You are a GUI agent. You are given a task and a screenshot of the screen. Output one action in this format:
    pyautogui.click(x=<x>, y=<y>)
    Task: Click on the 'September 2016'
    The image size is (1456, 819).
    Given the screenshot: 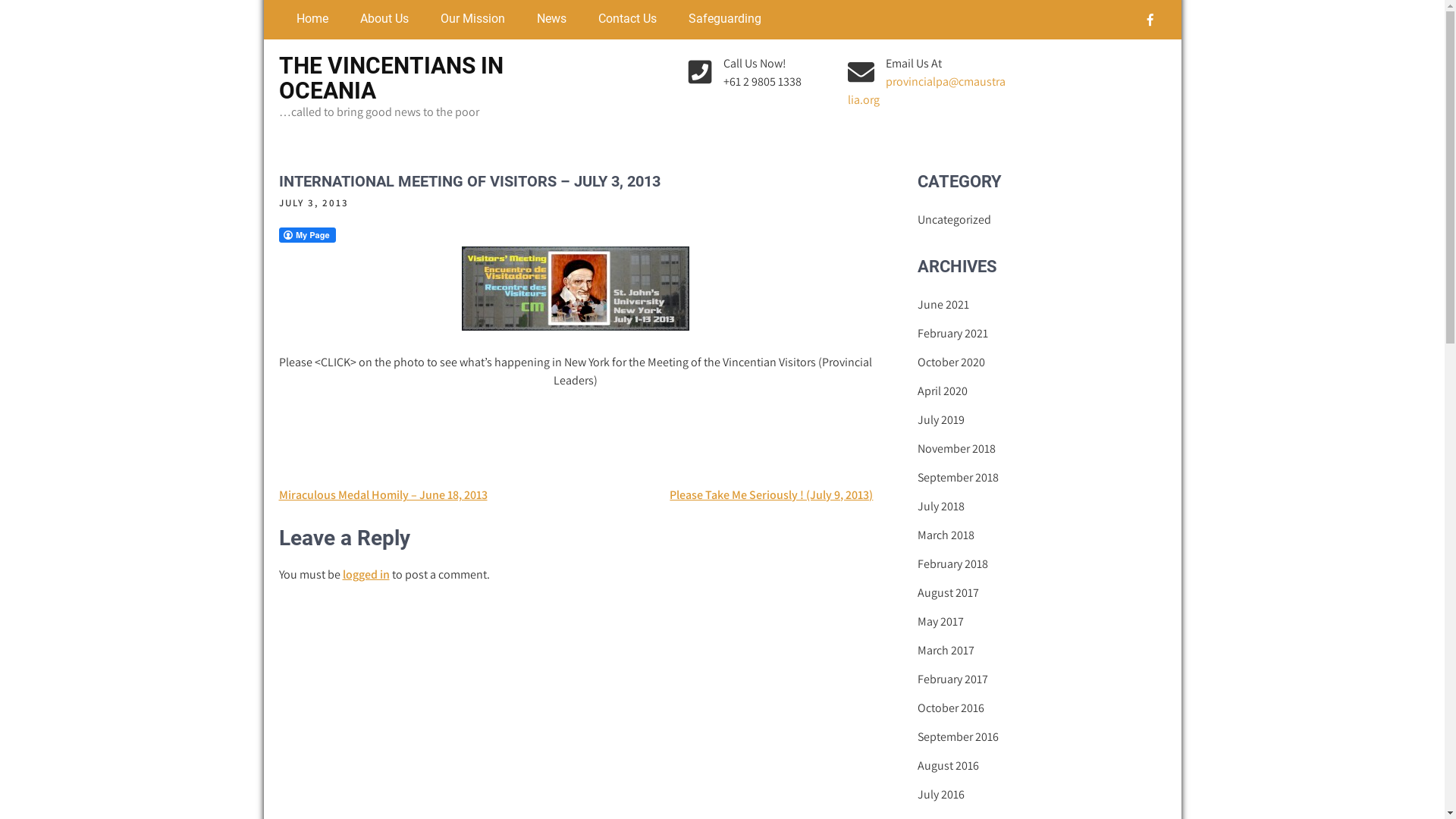 What is the action you would take?
    pyautogui.click(x=916, y=736)
    